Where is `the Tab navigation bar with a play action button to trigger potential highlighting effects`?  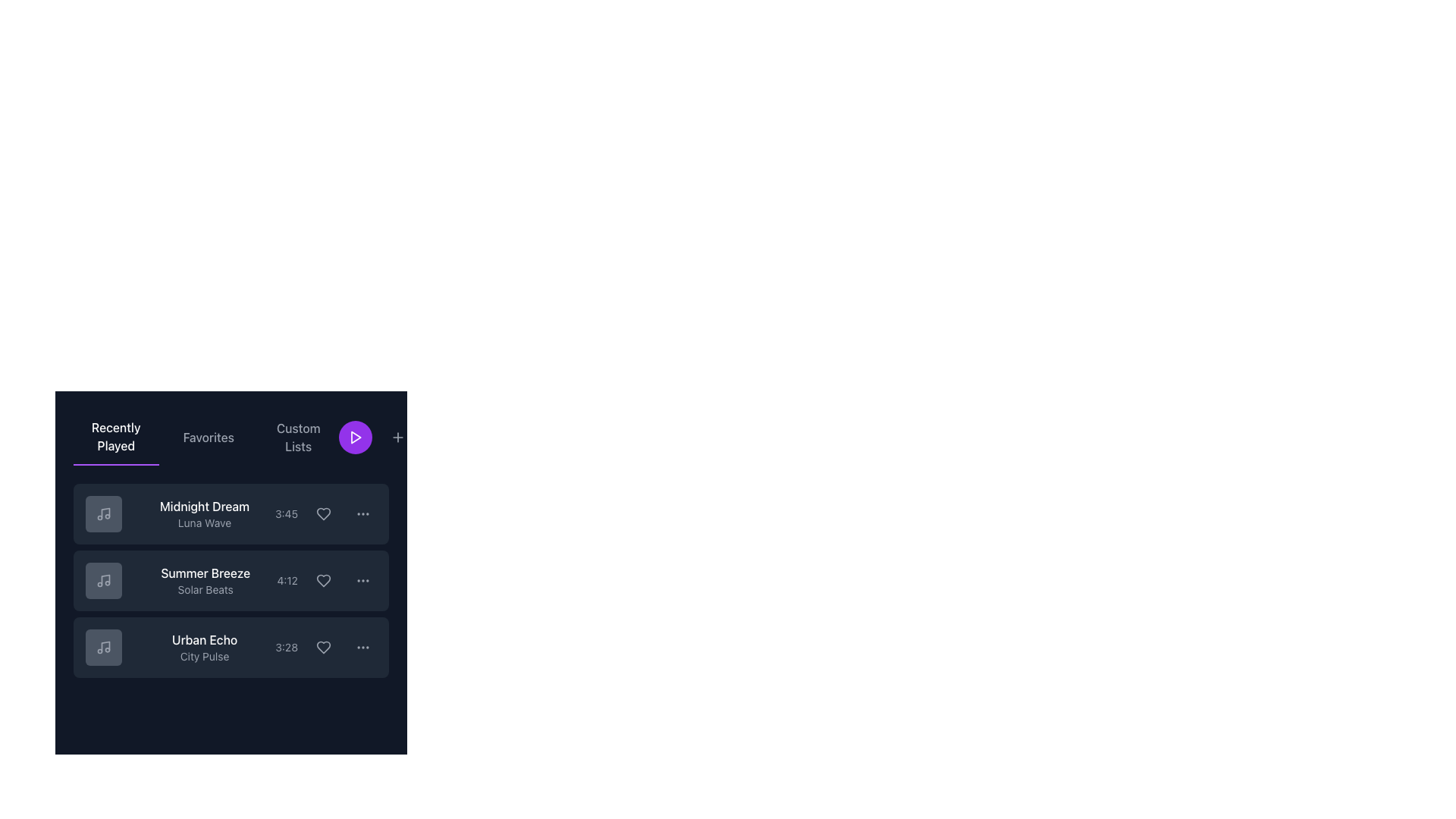 the Tab navigation bar with a play action button to trigger potential highlighting effects is located at coordinates (231, 438).